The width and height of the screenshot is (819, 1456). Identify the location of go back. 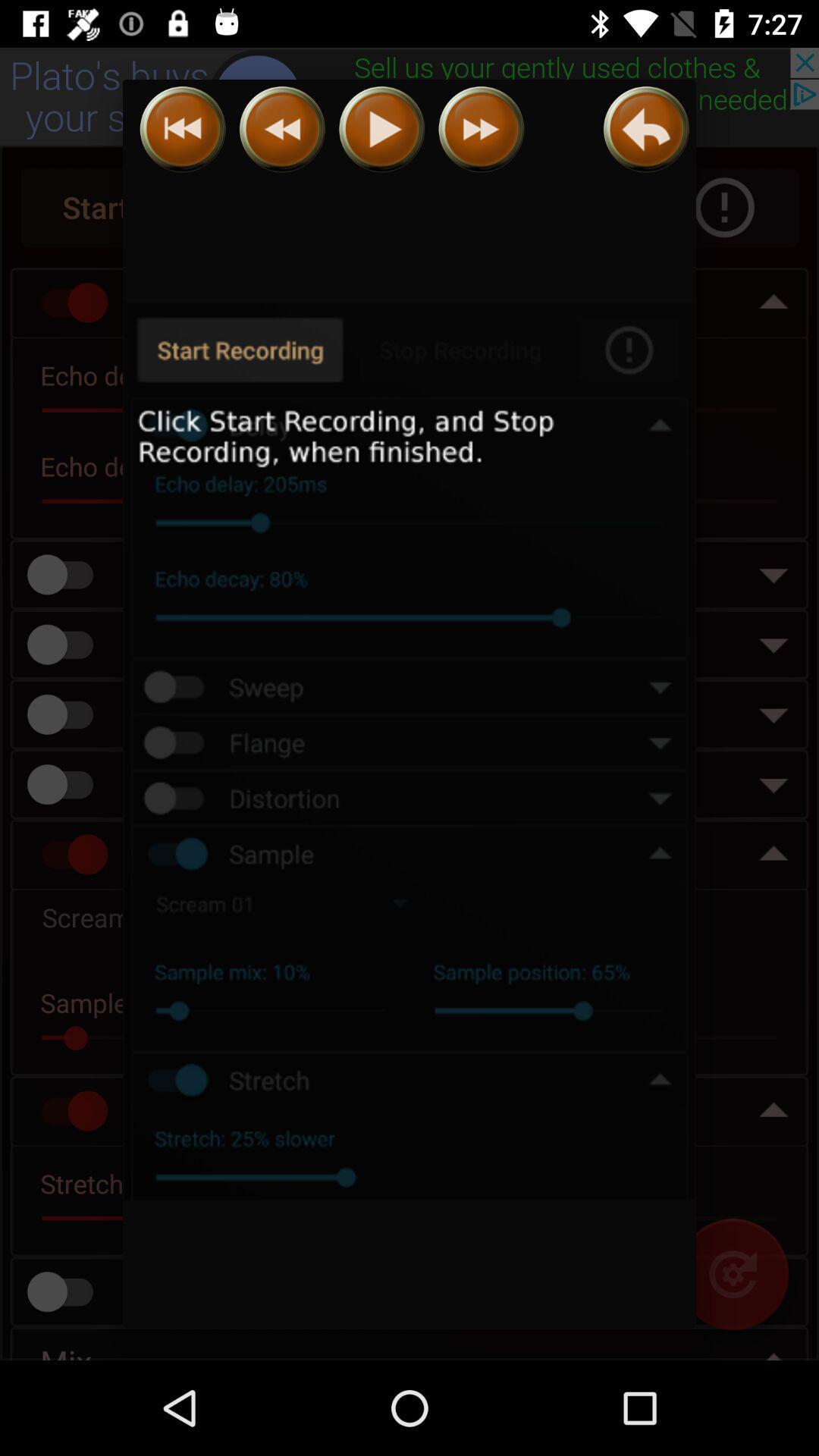
(282, 129).